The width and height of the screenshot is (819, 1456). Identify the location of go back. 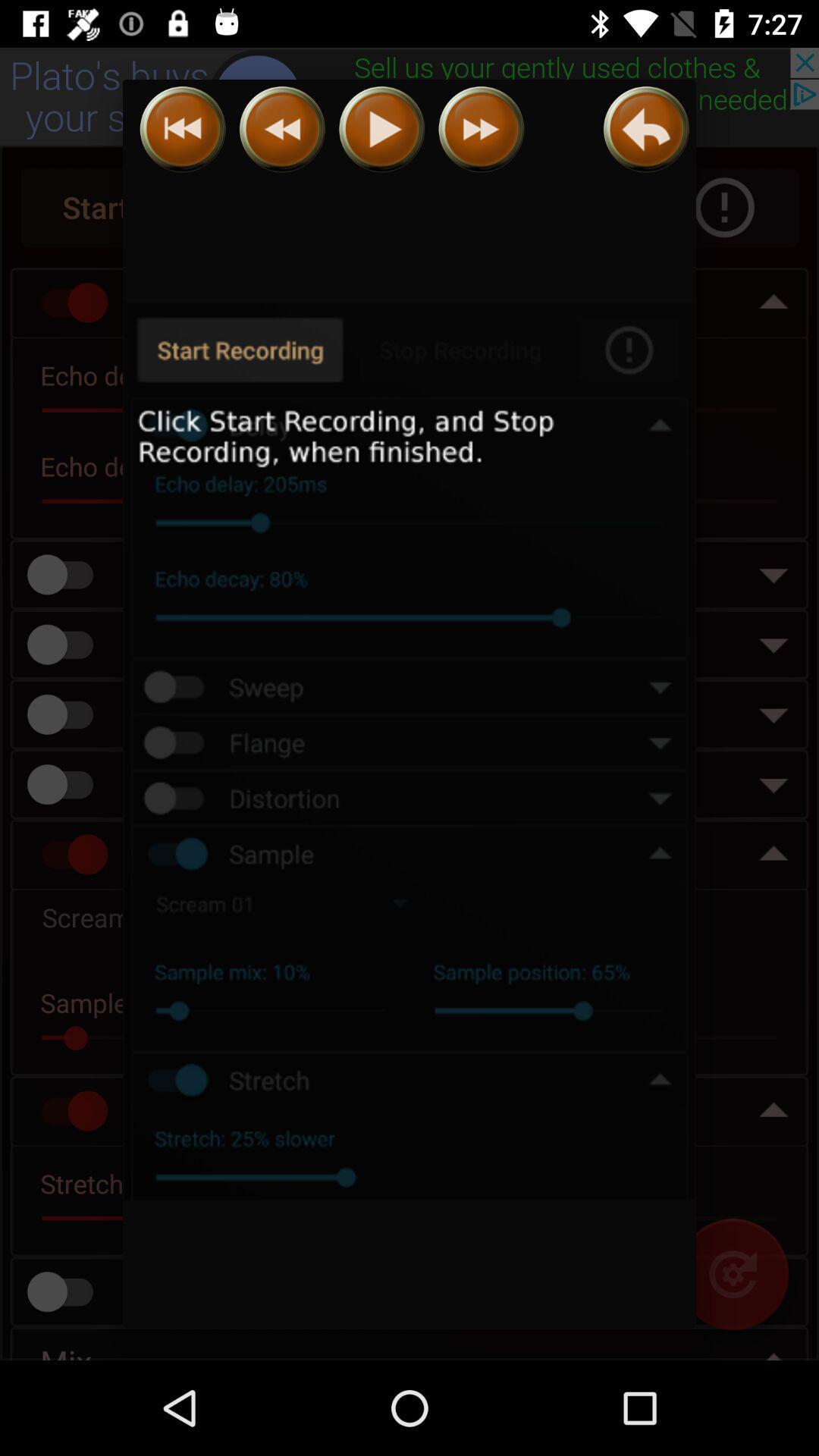
(282, 129).